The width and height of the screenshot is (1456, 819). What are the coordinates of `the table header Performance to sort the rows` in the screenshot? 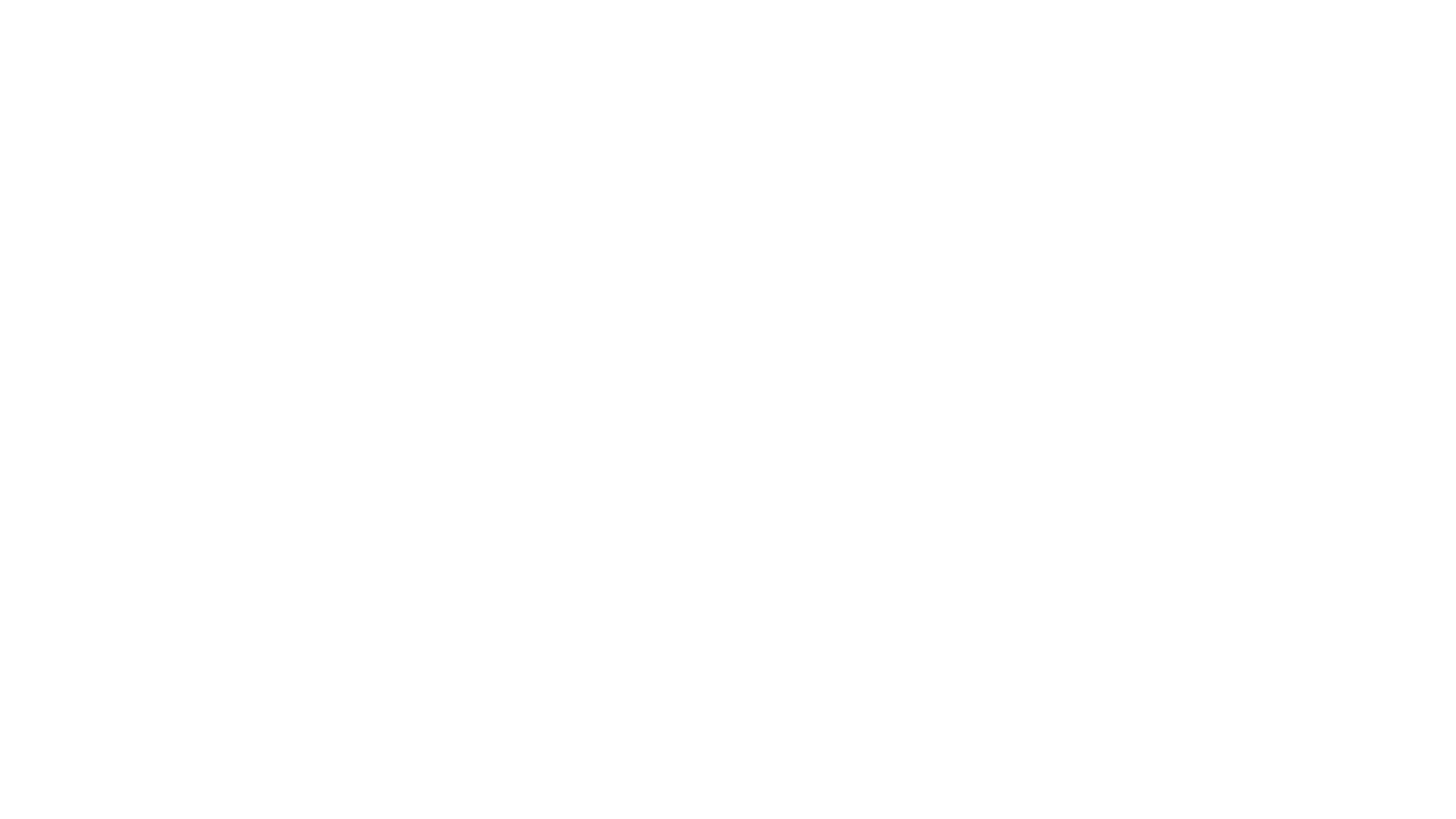 It's located at (303, 37).